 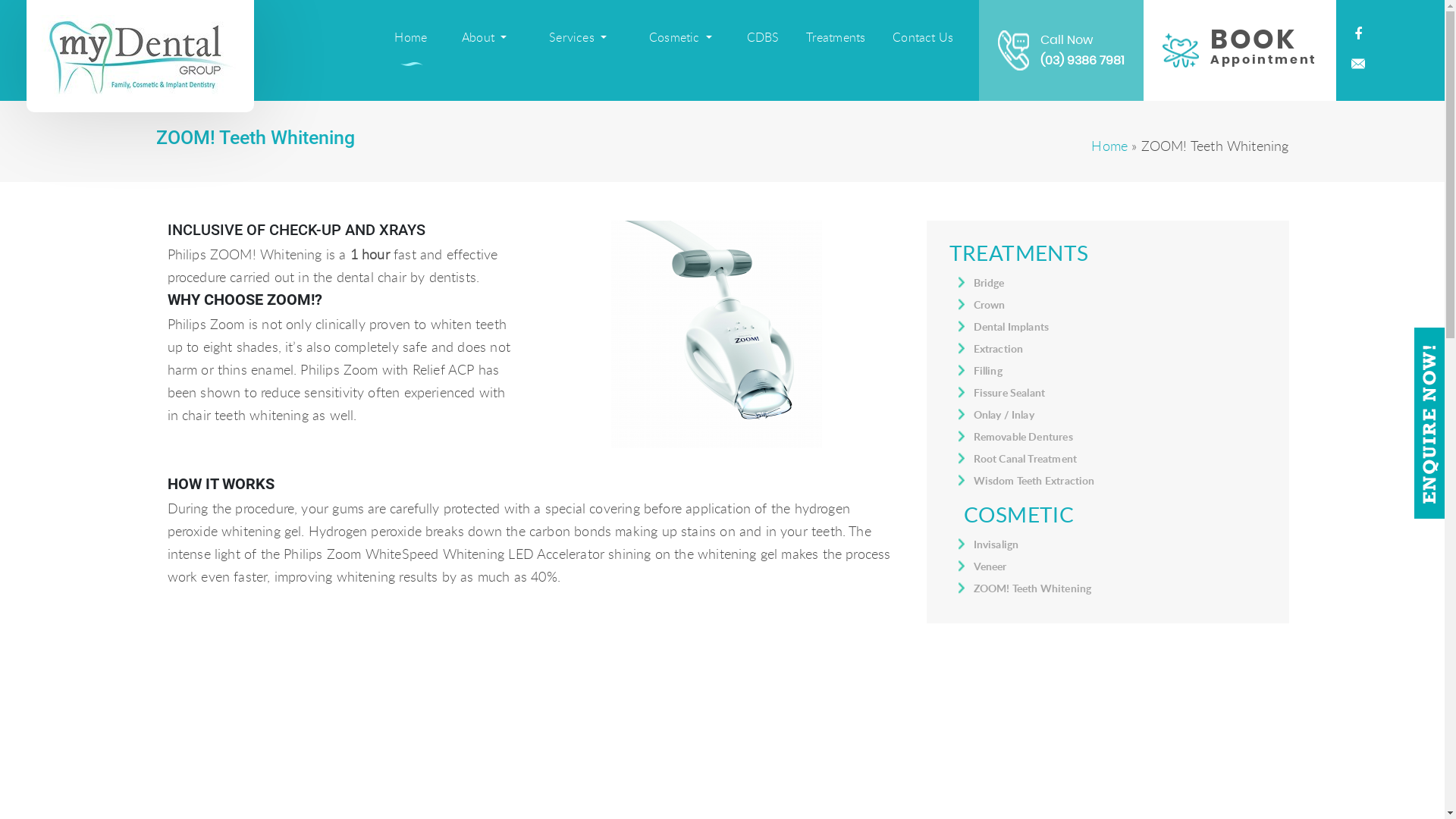 What do you see at coordinates (1240, 49) in the screenshot?
I see `'BOOK` at bounding box center [1240, 49].